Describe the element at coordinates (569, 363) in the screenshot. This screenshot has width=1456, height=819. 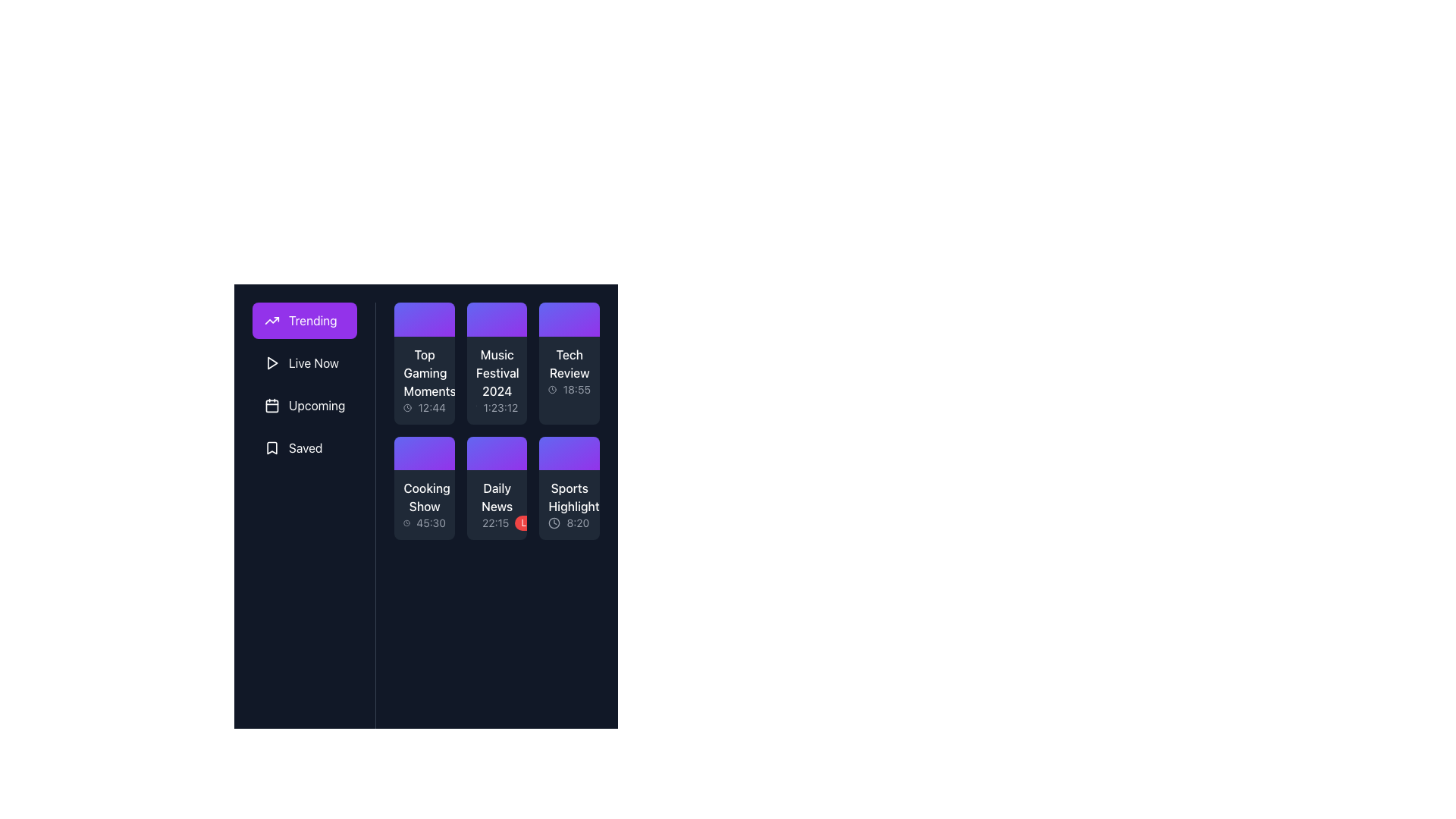
I see `the 'Tech Review' button, which is a rectangular card with a dark background and features a gradient from indigo to purple, white text 'Tech Review', and a smaller gray text '18:55' with a clock icon, located in the top-right corner of the grid layout` at that location.